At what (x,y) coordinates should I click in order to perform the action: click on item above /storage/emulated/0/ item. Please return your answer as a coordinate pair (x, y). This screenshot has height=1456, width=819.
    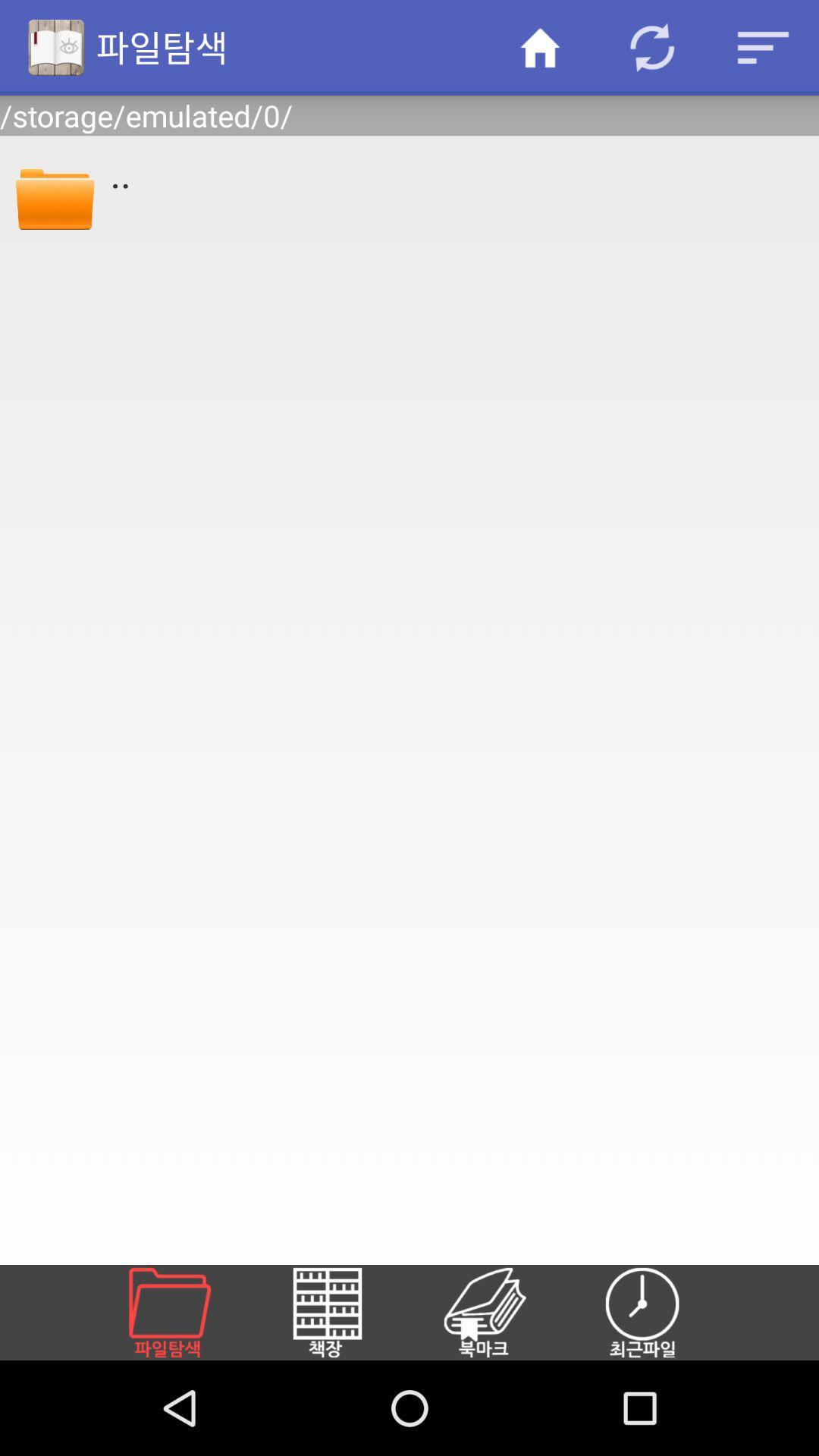
    Looking at the image, I should click on (651, 47).